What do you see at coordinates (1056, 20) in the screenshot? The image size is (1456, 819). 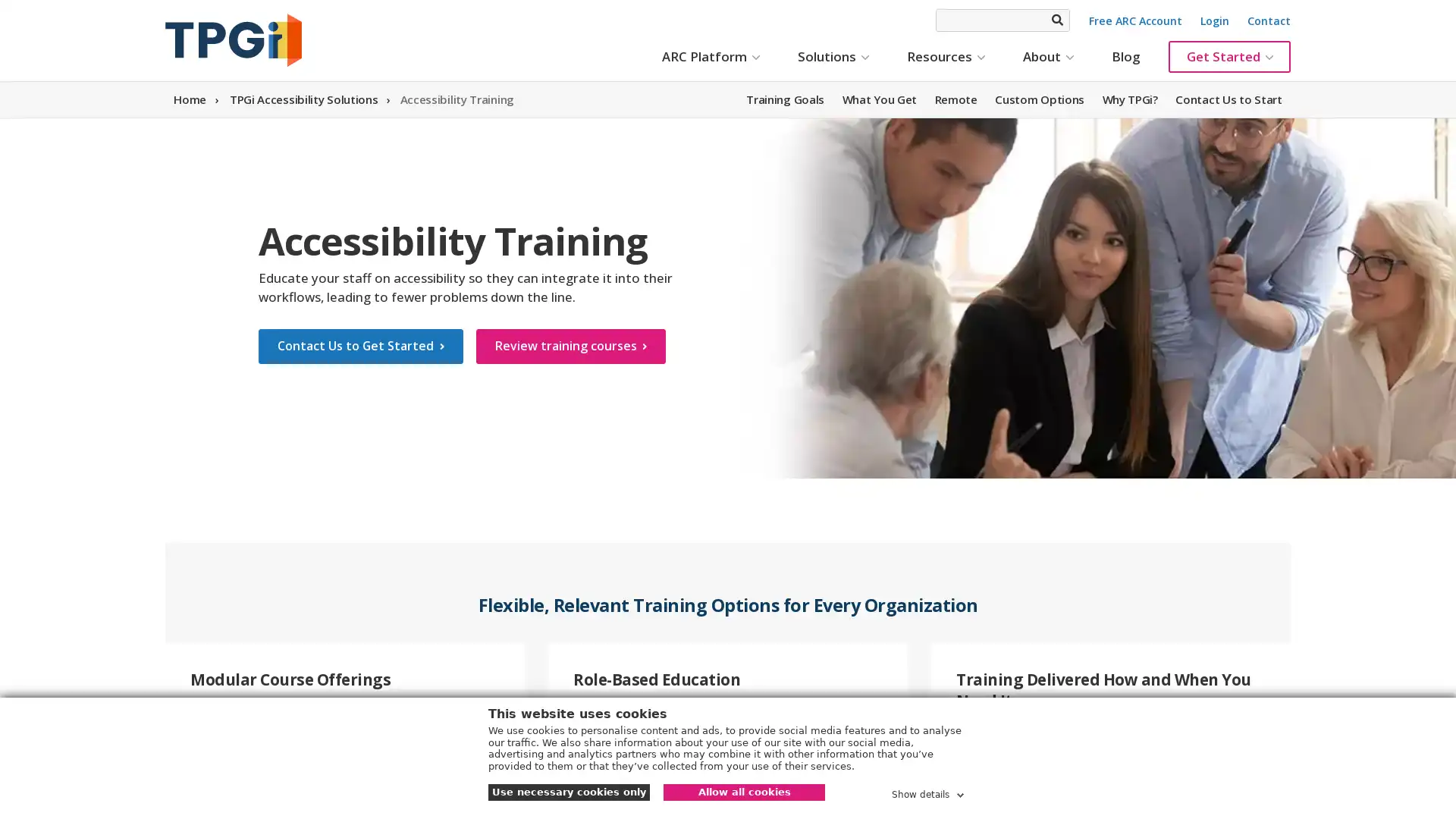 I see `Submit Search` at bounding box center [1056, 20].